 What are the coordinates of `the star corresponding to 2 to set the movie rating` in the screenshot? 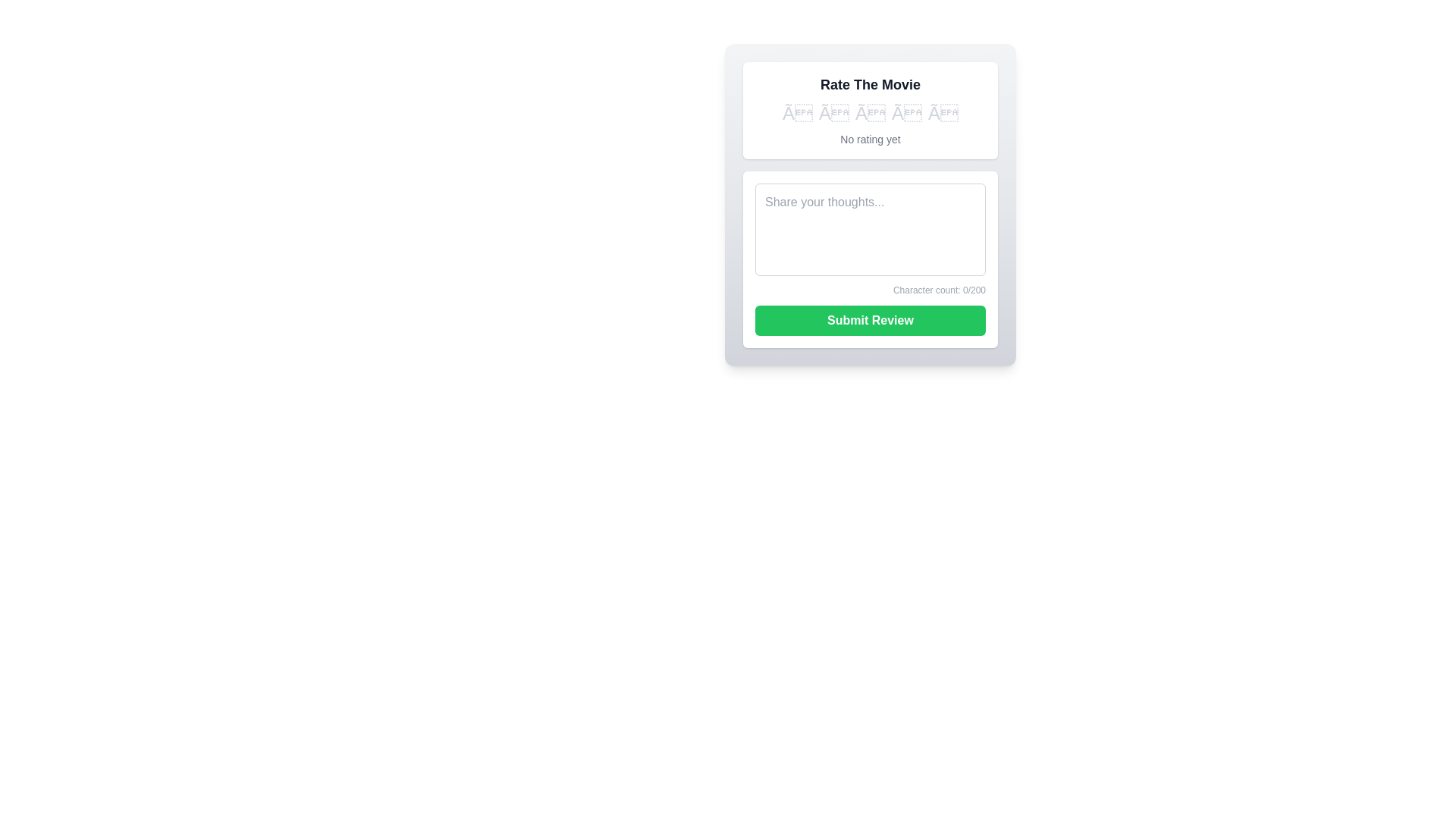 It's located at (833, 113).